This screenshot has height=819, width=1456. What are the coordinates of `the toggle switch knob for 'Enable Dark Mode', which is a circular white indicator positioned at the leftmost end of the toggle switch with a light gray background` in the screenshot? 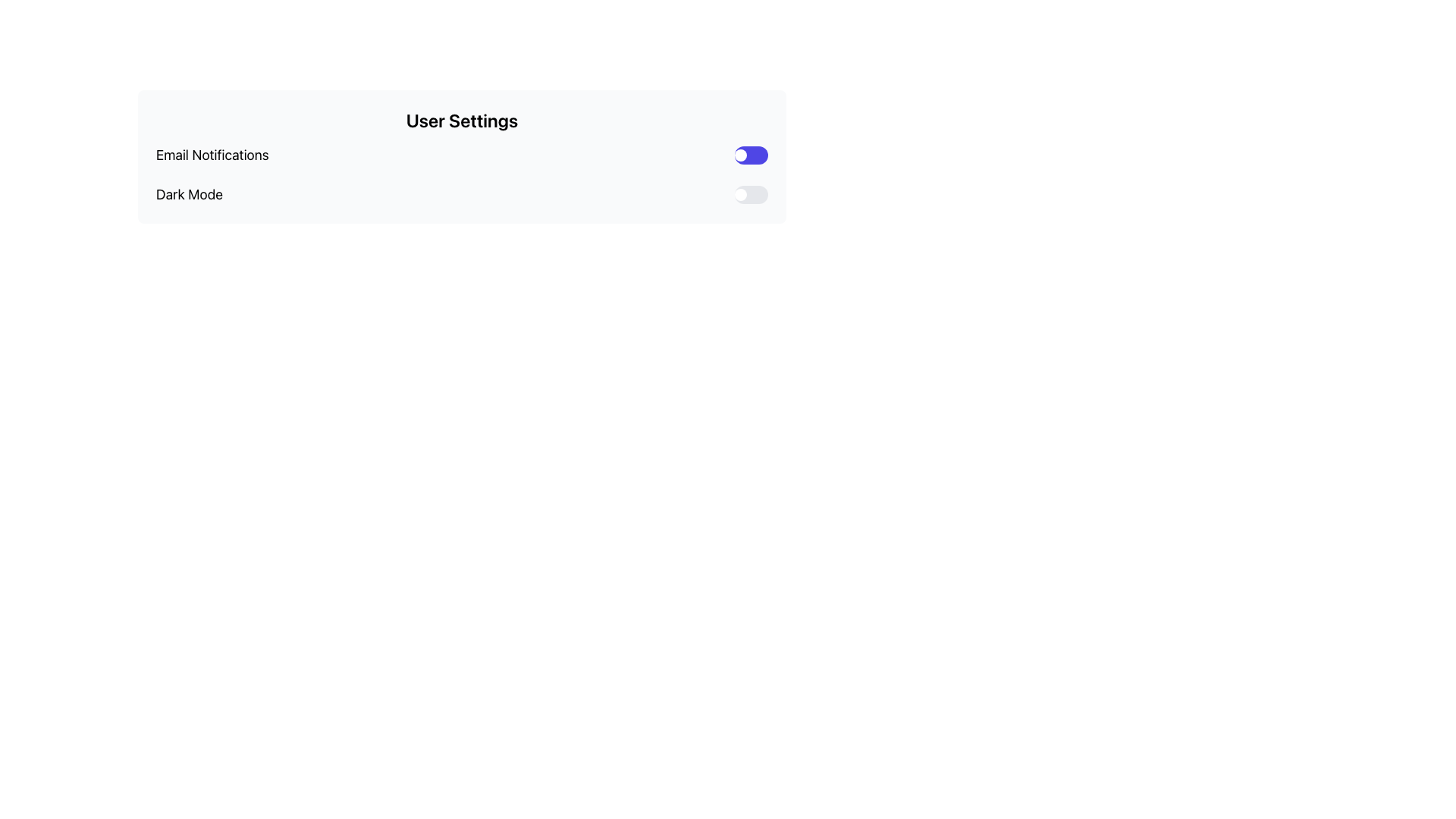 It's located at (741, 194).